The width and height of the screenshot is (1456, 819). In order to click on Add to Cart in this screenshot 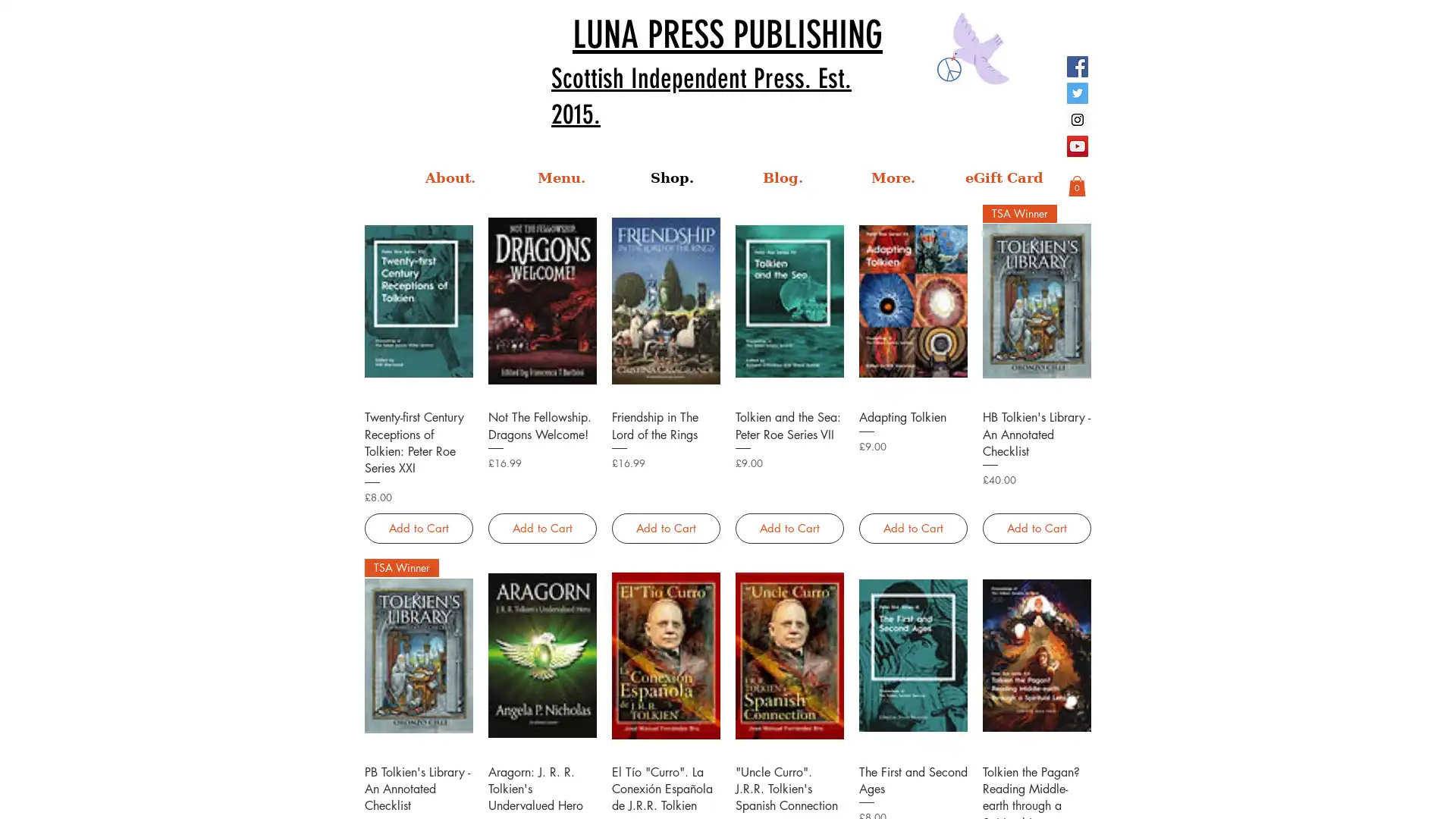, I will do `click(541, 527)`.